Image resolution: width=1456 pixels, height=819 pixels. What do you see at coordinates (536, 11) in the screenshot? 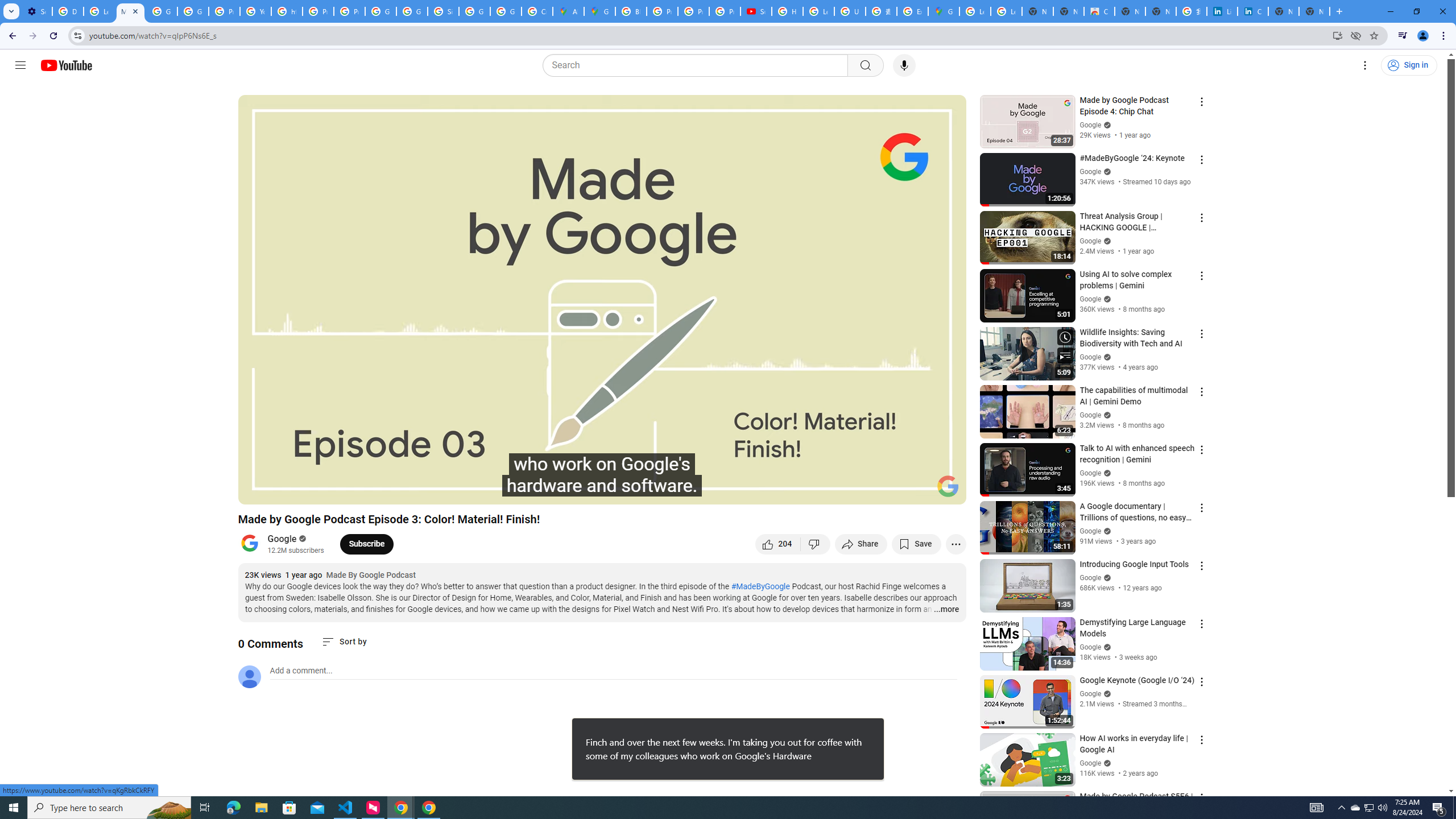
I see `'Create your Google Account'` at bounding box center [536, 11].